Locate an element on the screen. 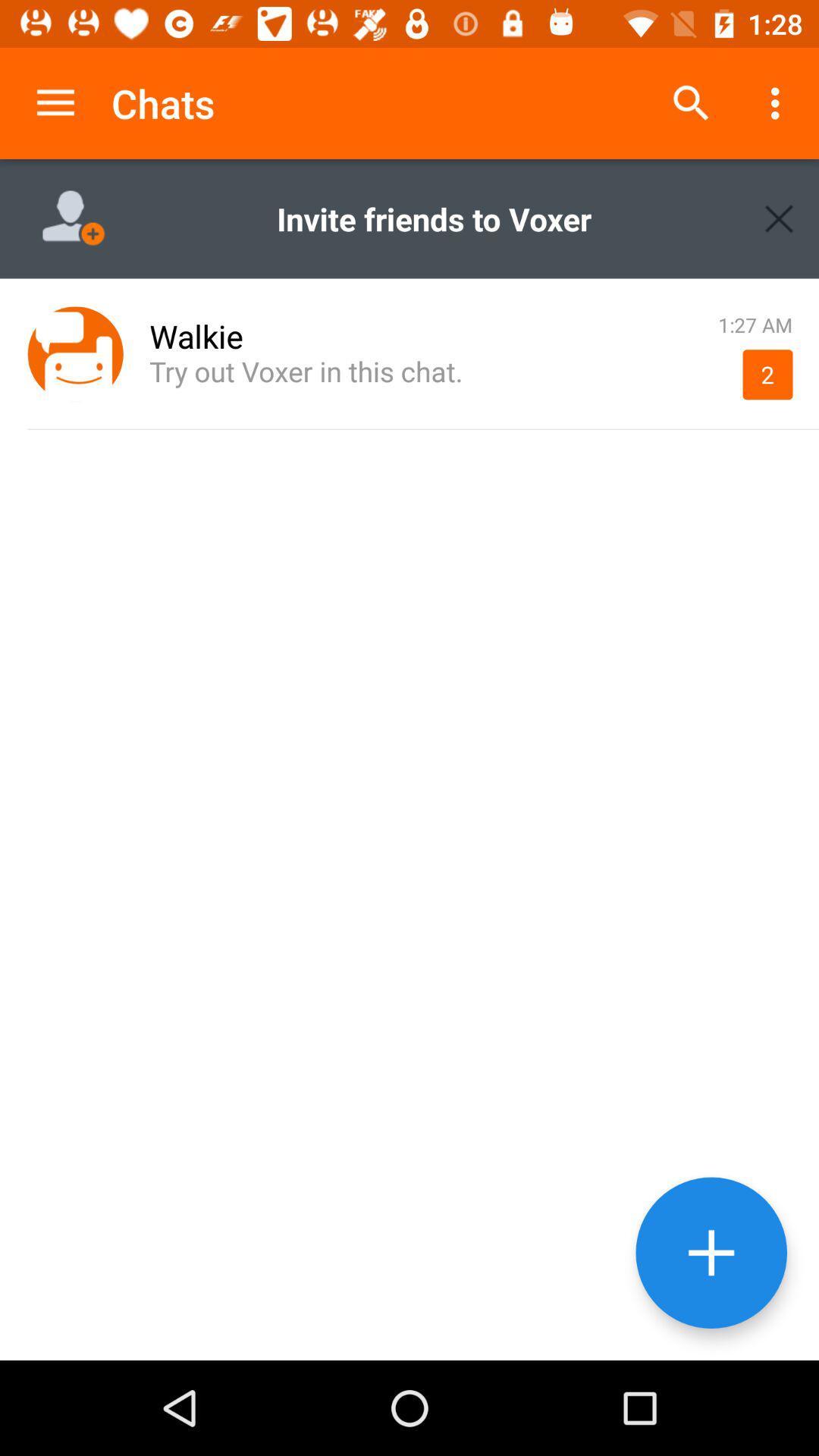 This screenshot has width=819, height=1456. exit/close button is located at coordinates (779, 218).